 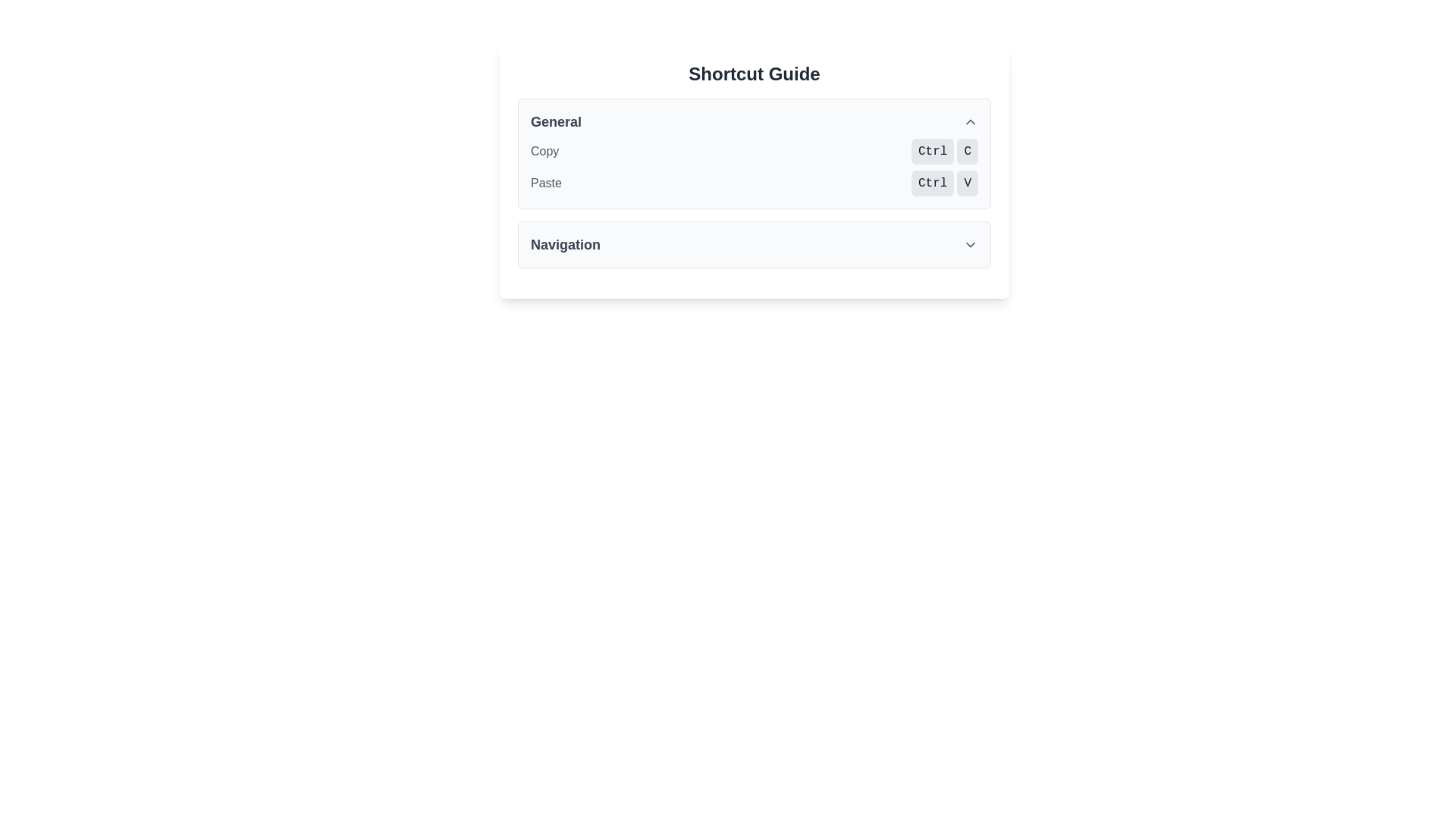 What do you see at coordinates (944, 183) in the screenshot?
I see `text 'Ctrl' and 'V' inside the rounded rectangular buttons of the Keyboard Shortcut Representation located in the right-side of the row containing the label 'Paste'` at bounding box center [944, 183].